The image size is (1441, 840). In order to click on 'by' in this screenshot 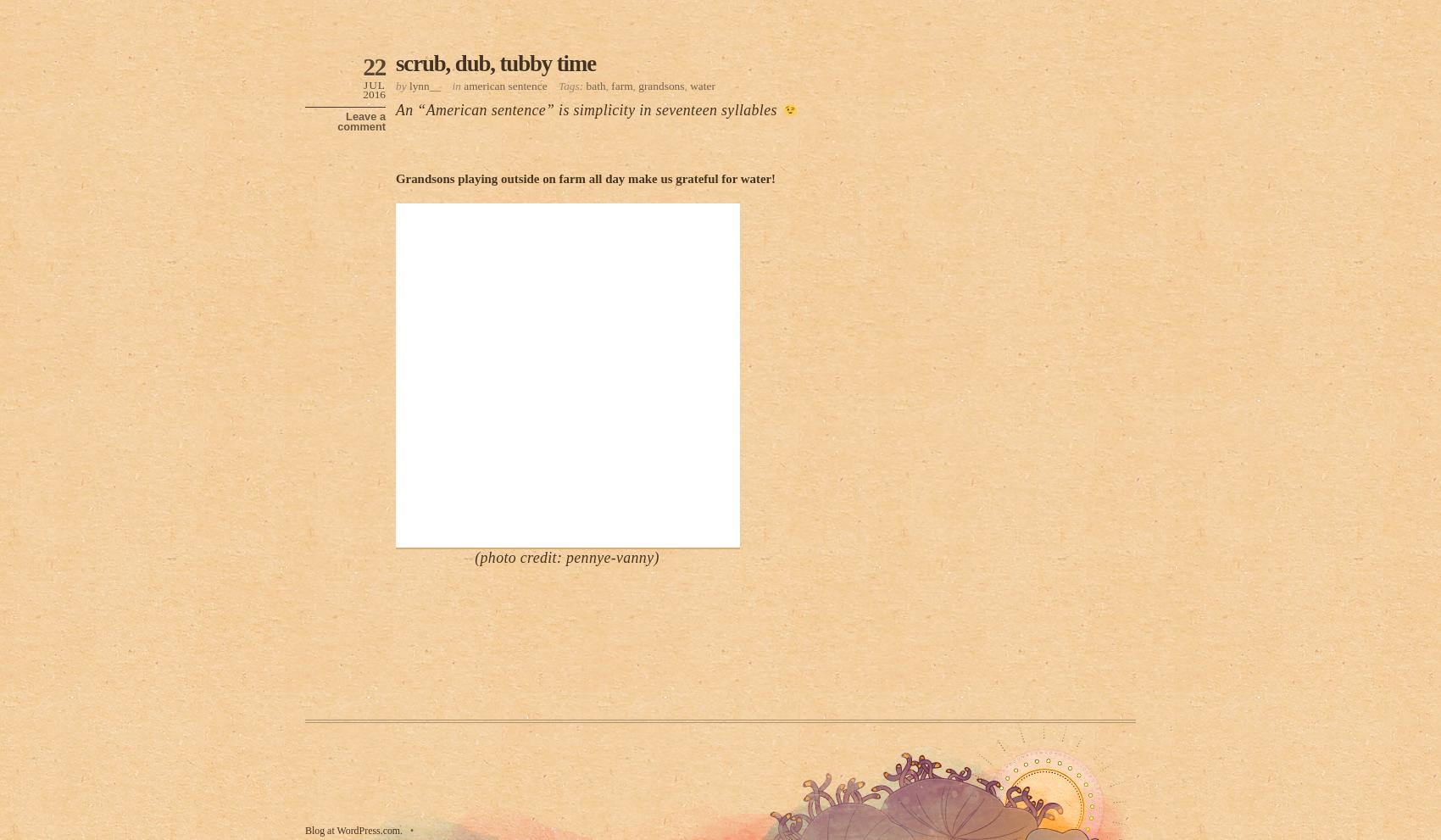, I will do `click(402, 84)`.